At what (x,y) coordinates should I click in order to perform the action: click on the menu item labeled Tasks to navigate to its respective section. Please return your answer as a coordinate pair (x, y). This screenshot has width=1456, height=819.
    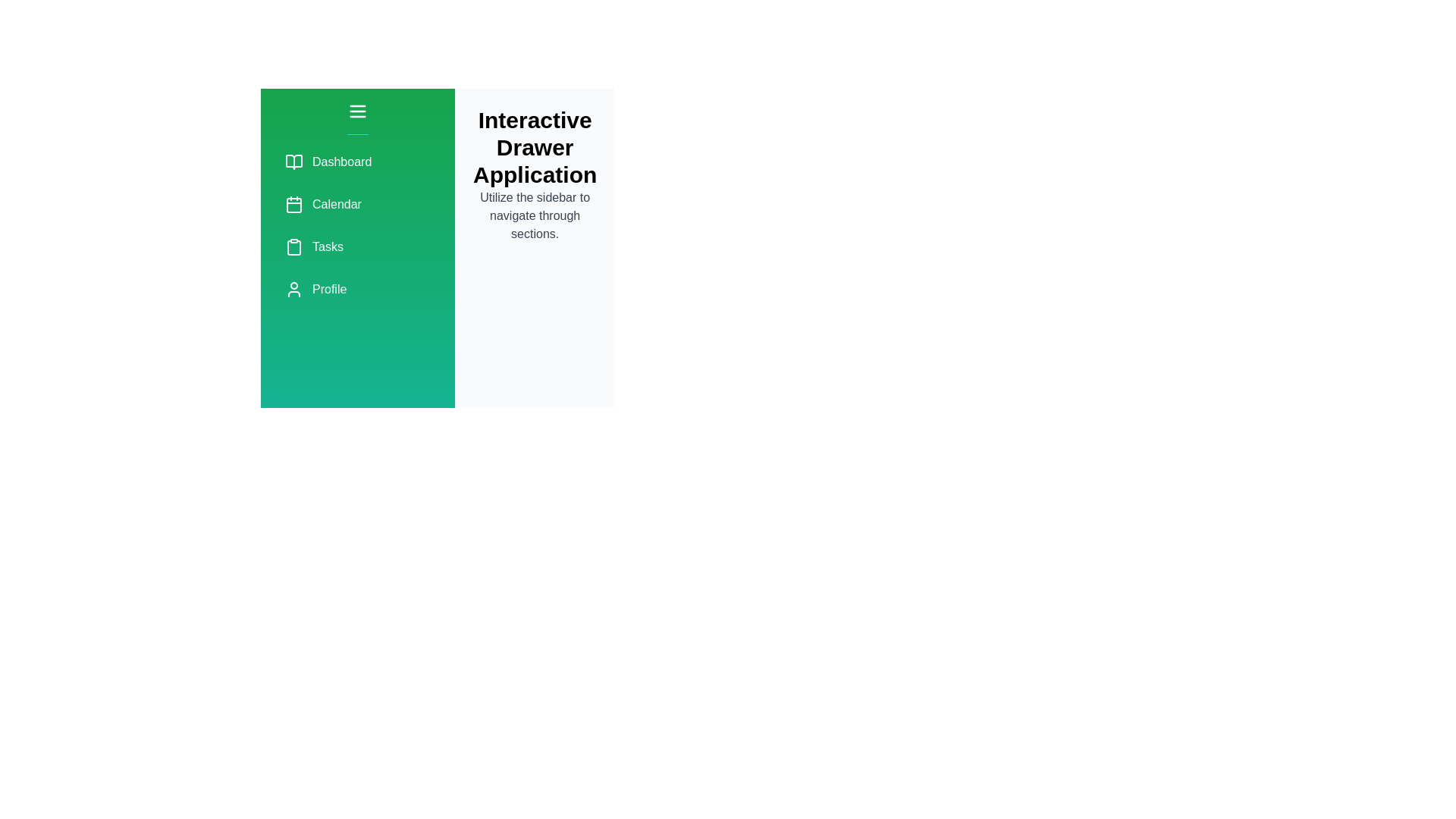
    Looking at the image, I should click on (356, 246).